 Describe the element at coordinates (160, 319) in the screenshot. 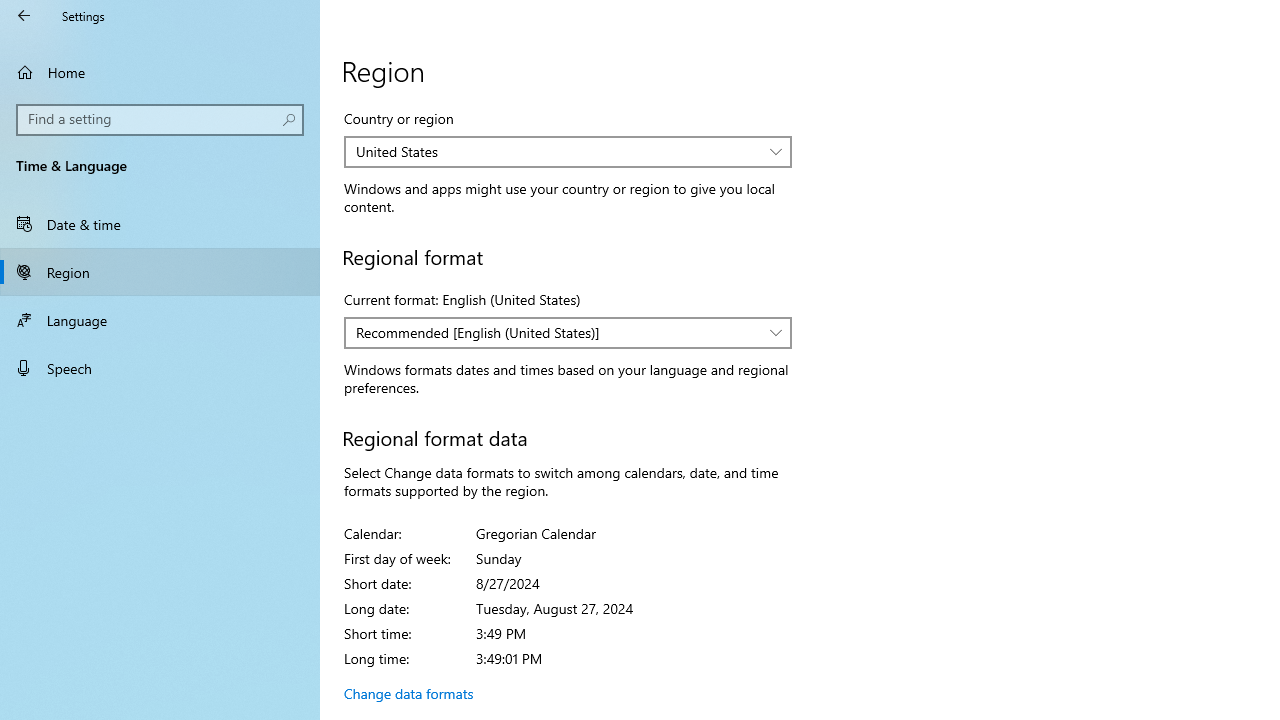

I see `'Language'` at that location.